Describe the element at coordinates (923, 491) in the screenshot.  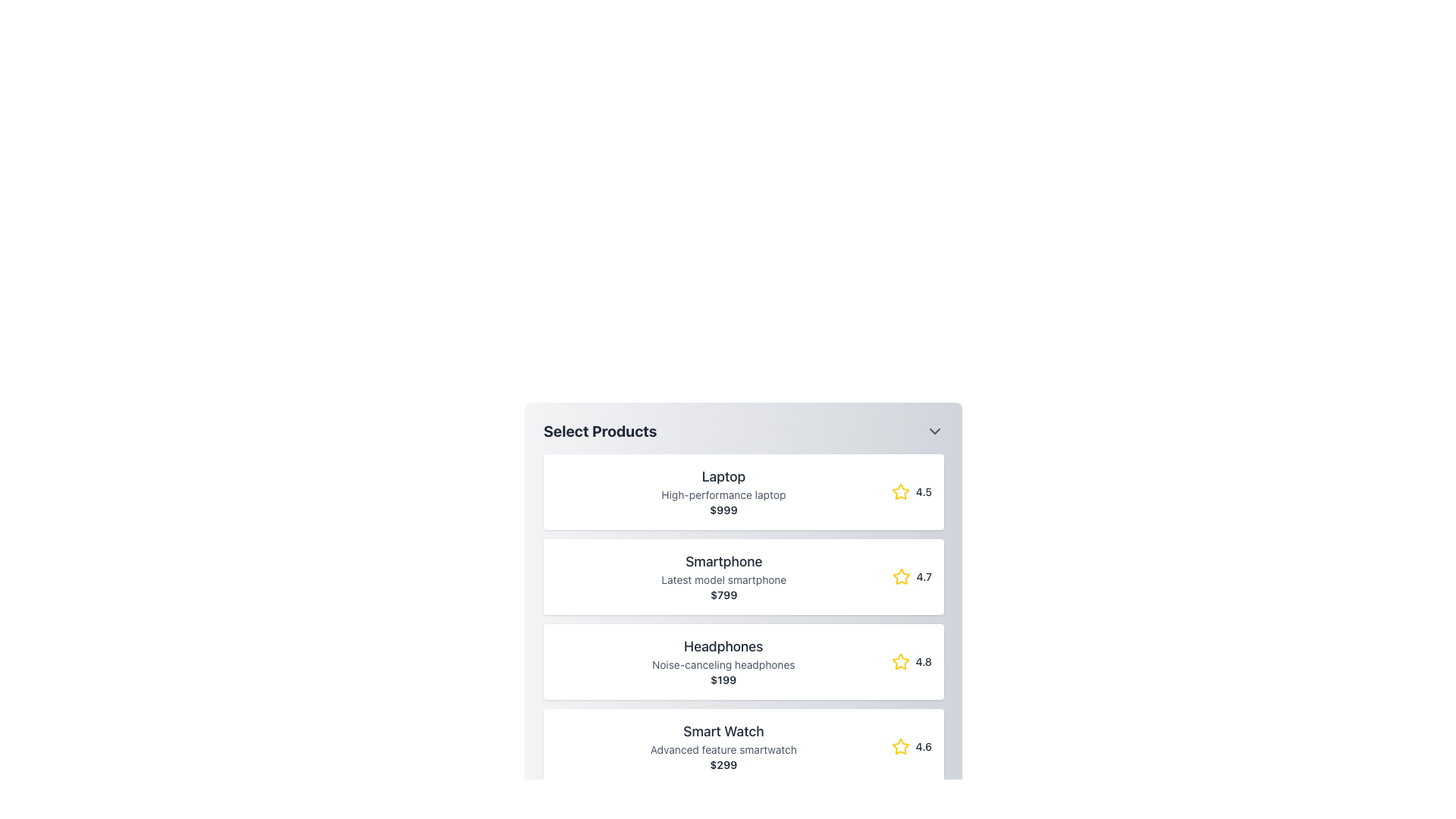
I see `the numerical rating text label located to the right of the yellow star icon in the topmost product entry of the list` at that location.